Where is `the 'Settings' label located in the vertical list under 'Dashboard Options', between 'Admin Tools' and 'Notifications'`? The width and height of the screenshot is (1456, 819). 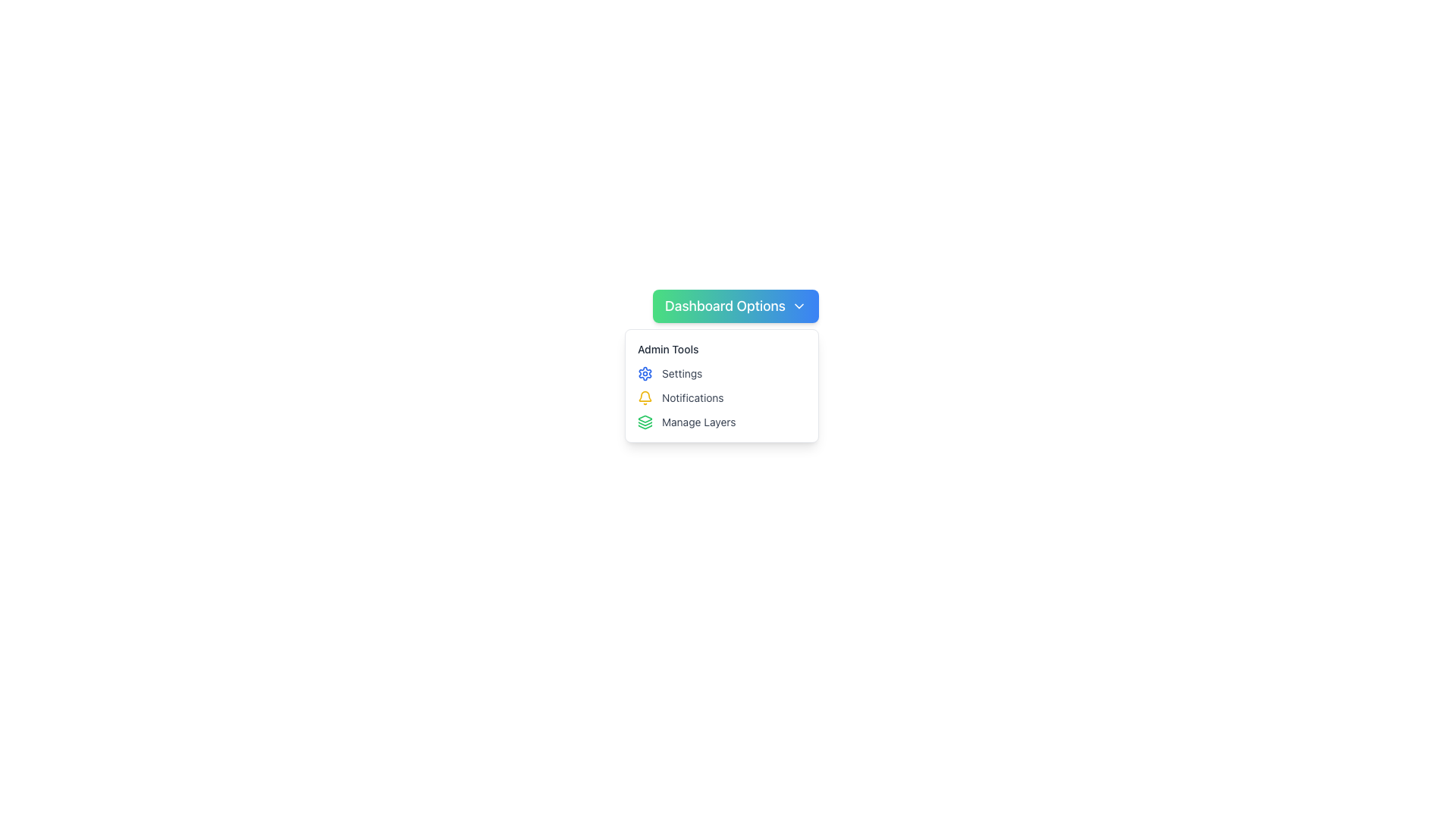
the 'Settings' label located in the vertical list under 'Dashboard Options', between 'Admin Tools' and 'Notifications' is located at coordinates (681, 374).